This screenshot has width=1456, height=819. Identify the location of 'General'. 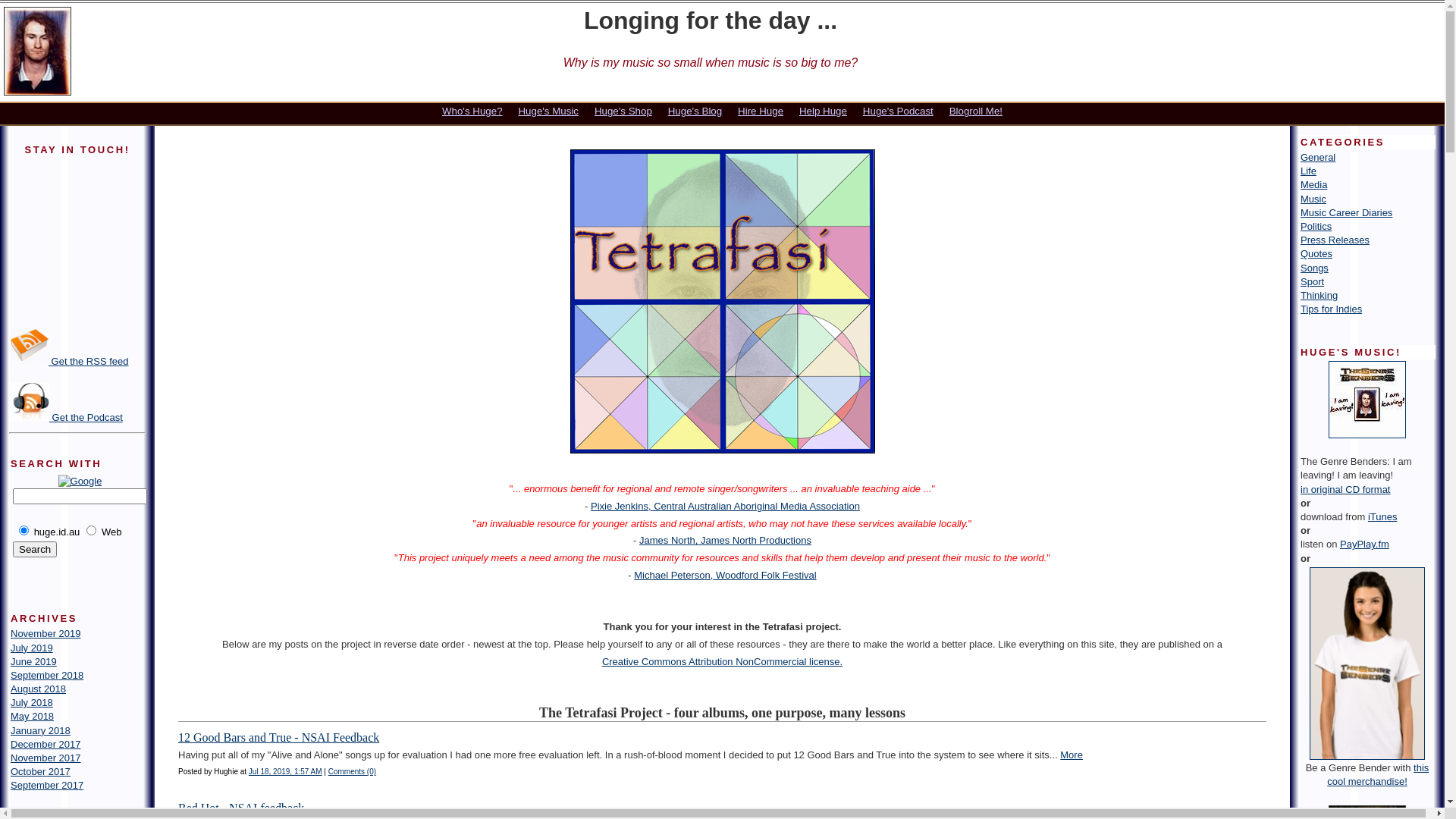
(1316, 157).